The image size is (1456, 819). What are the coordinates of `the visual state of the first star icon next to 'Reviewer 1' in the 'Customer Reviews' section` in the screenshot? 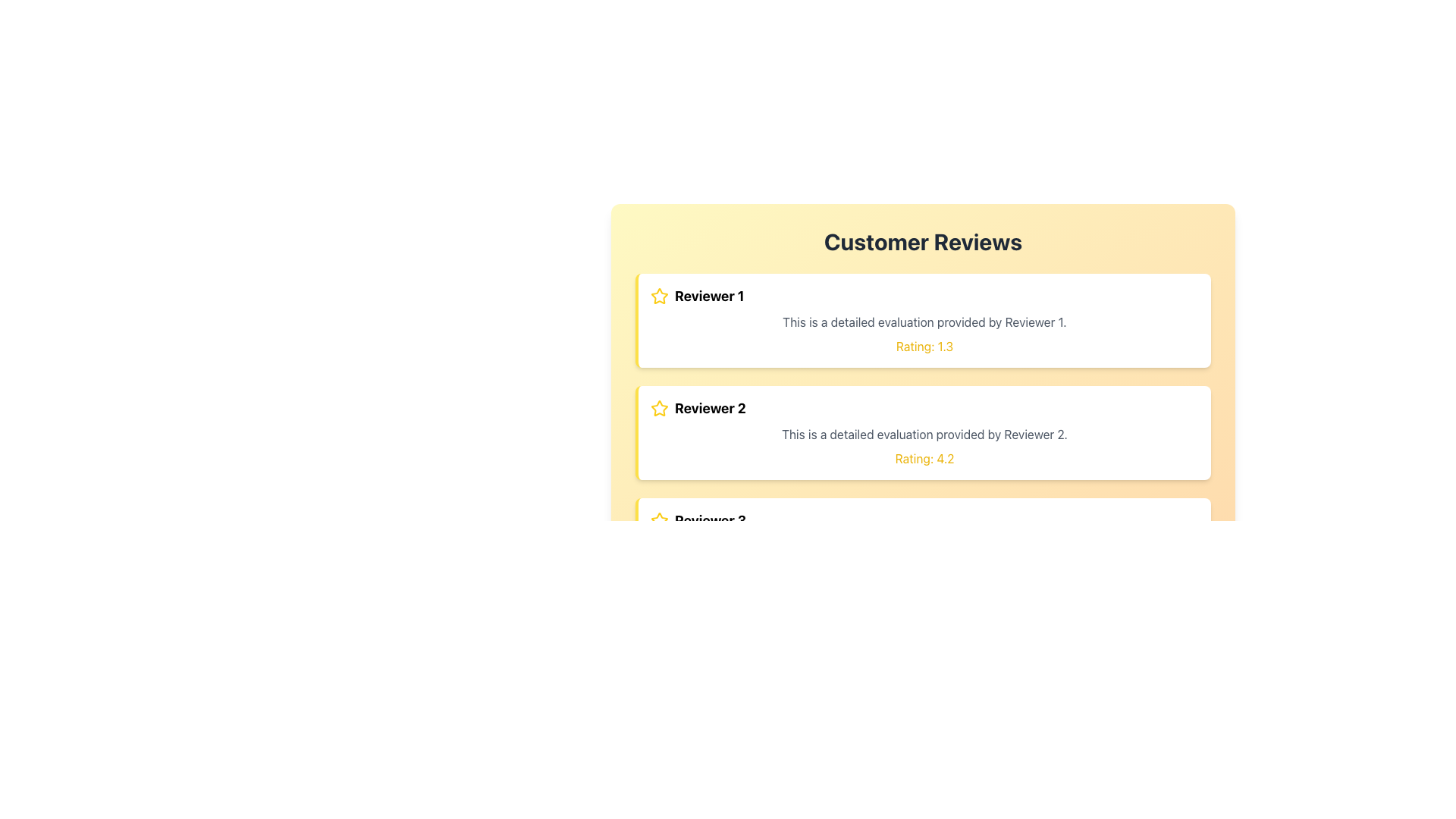 It's located at (659, 407).